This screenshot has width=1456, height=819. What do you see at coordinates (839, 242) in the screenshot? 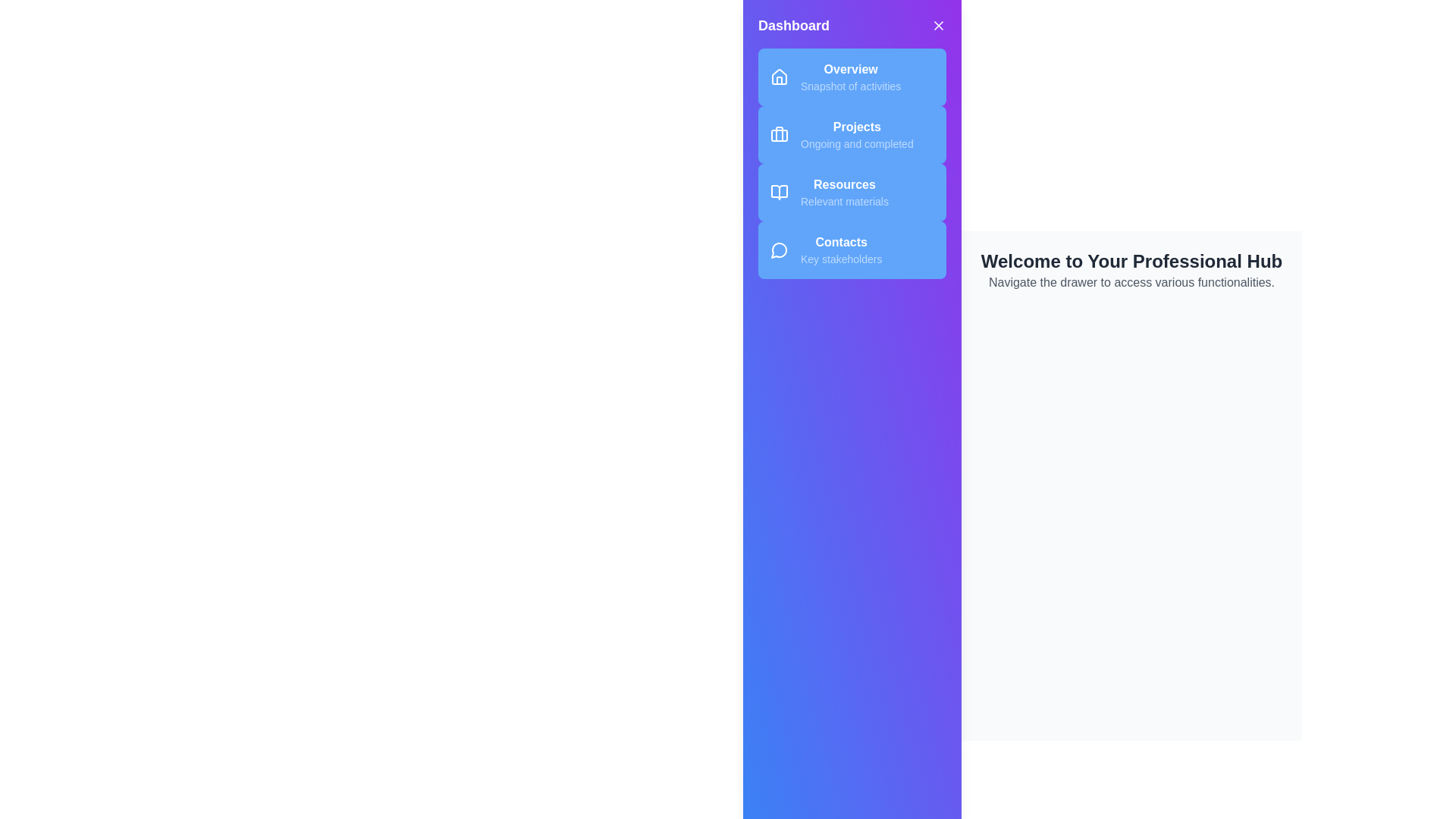
I see `the text element labeled Contacts to interact with it` at bounding box center [839, 242].